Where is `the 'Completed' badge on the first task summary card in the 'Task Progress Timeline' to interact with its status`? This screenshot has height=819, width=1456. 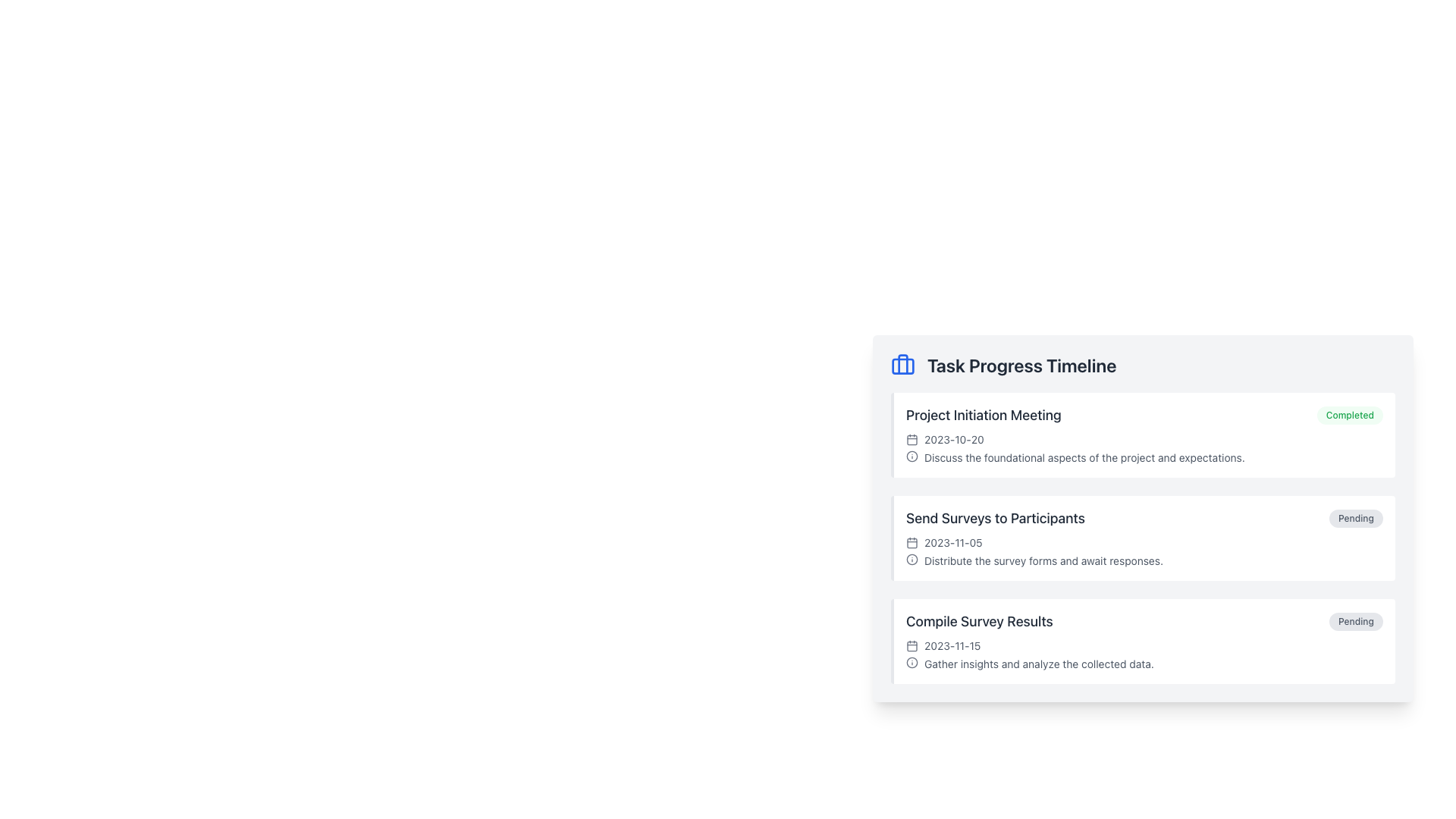 the 'Completed' badge on the first task summary card in the 'Task Progress Timeline' to interact with its status is located at coordinates (1143, 435).